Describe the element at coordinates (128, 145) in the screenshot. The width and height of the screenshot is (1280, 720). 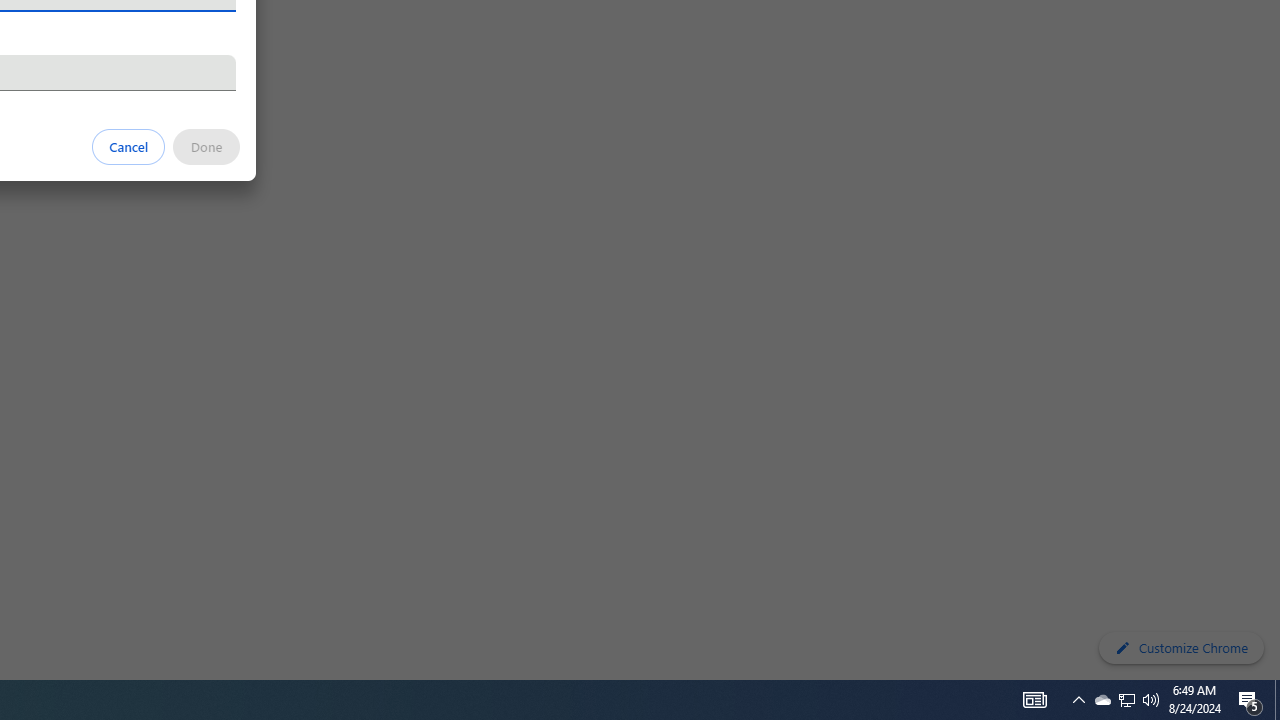
I see `'Cancel'` at that location.